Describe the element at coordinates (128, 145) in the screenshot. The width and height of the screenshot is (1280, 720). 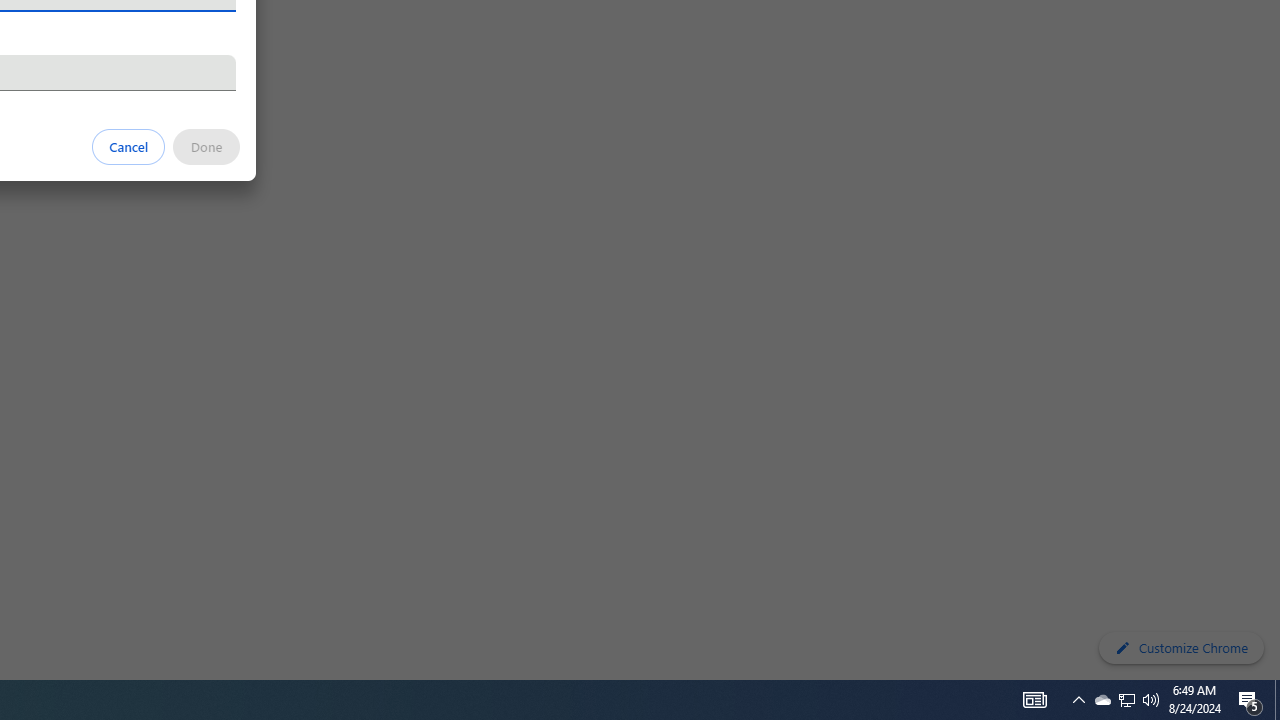
I see `'Cancel'` at that location.